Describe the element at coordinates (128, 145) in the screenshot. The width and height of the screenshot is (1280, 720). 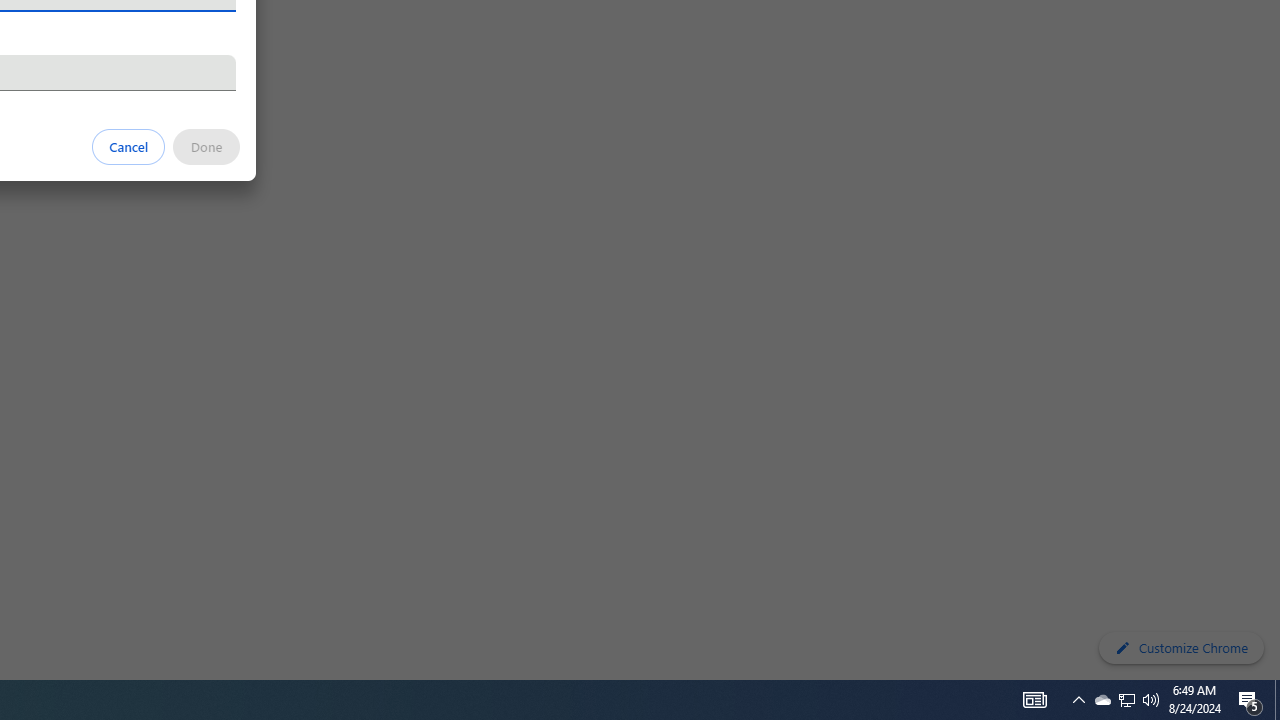
I see `'Cancel'` at that location.